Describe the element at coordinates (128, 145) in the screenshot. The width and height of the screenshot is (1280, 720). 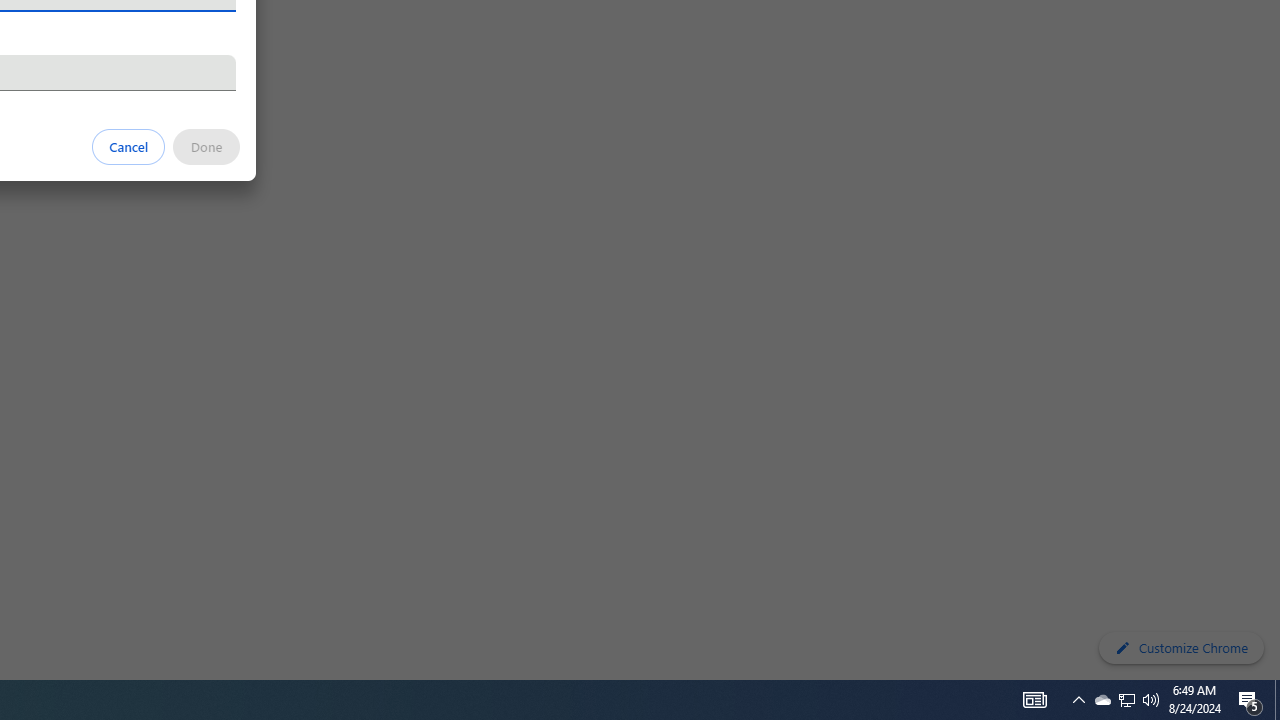
I see `'Cancel'` at that location.